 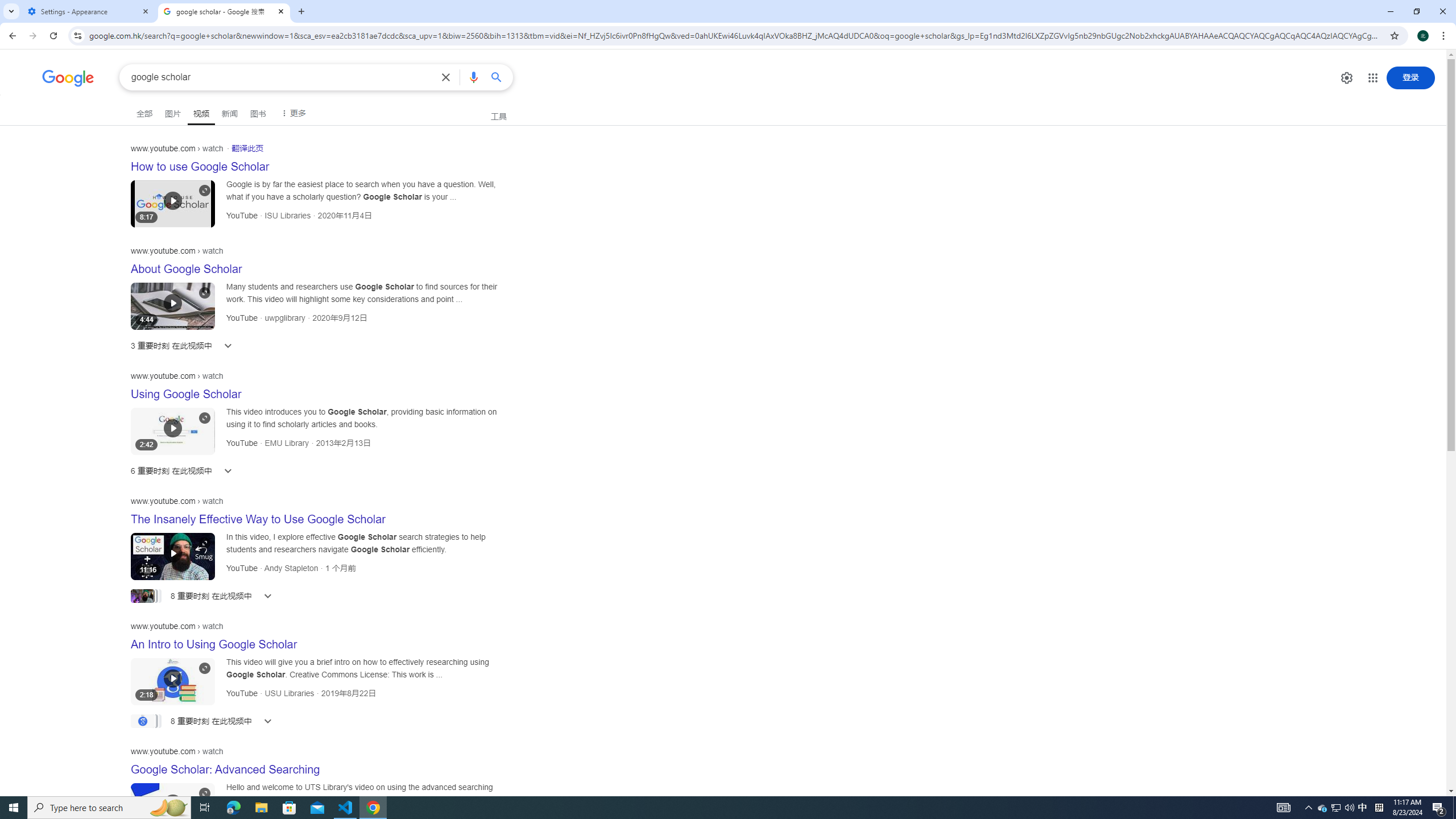 I want to click on 'Settings - Appearance', so click(x=88, y=11).